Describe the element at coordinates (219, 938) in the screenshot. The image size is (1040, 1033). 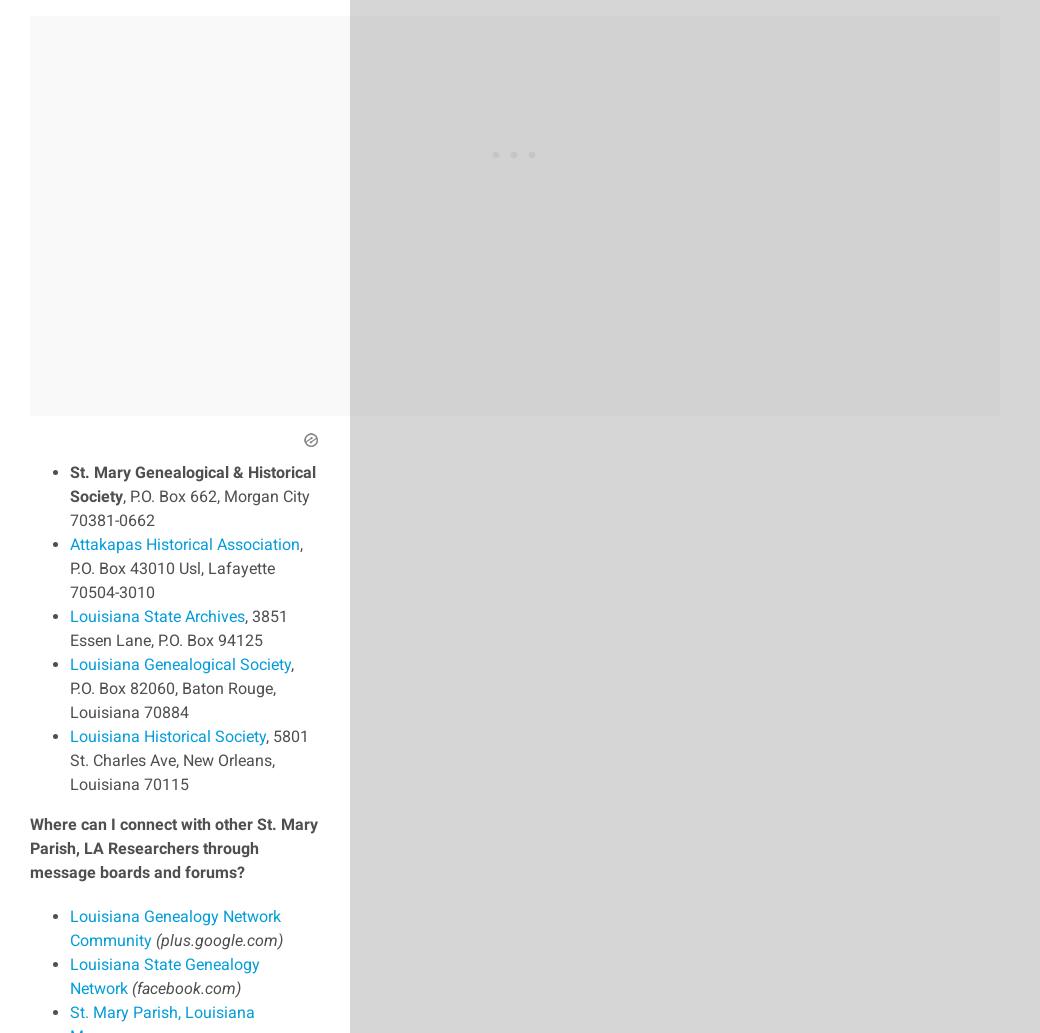
I see `'(plus.google.com)'` at that location.